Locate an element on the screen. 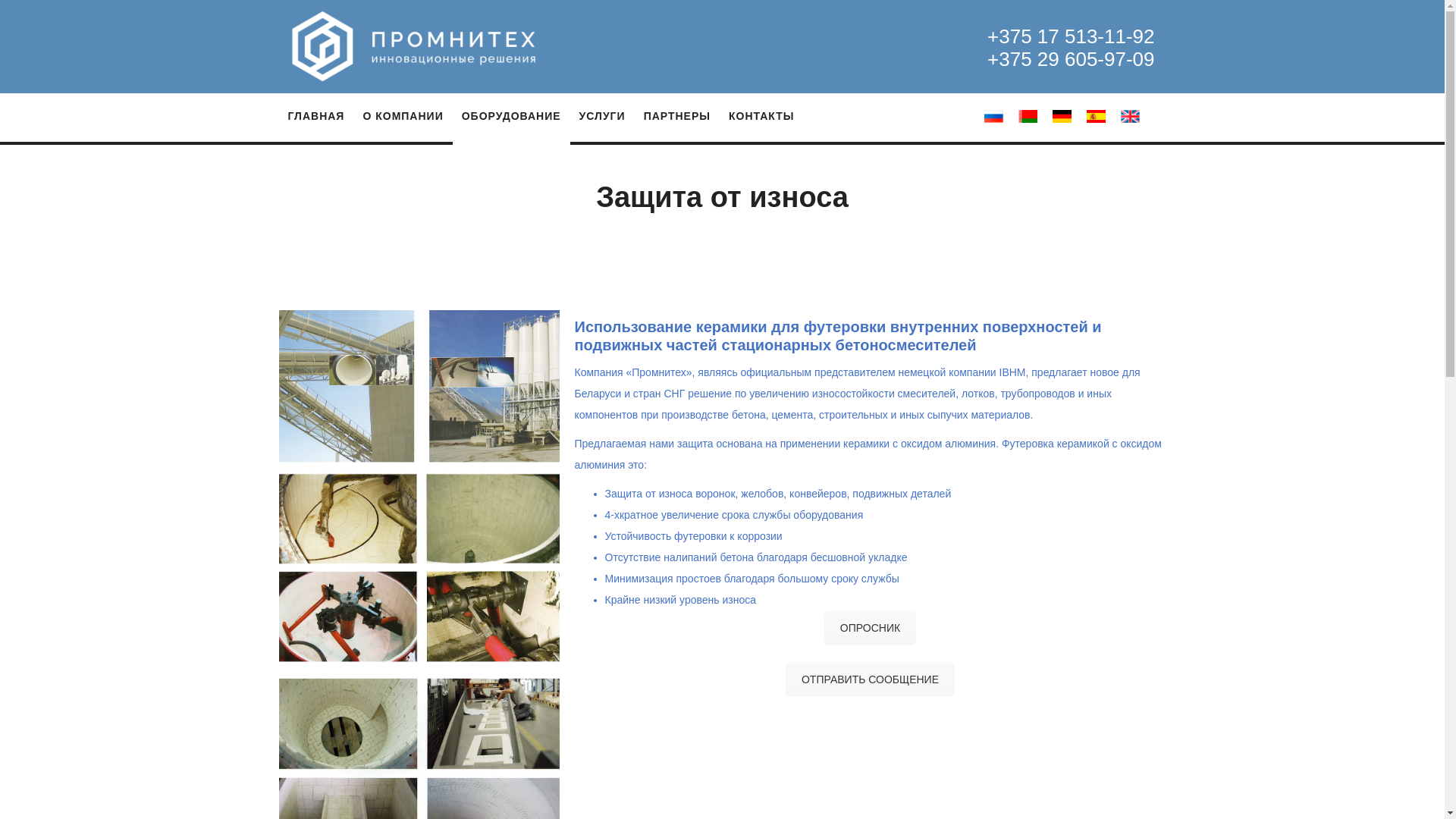 The image size is (1456, 819). 'Deutsch' is located at coordinates (1061, 115).